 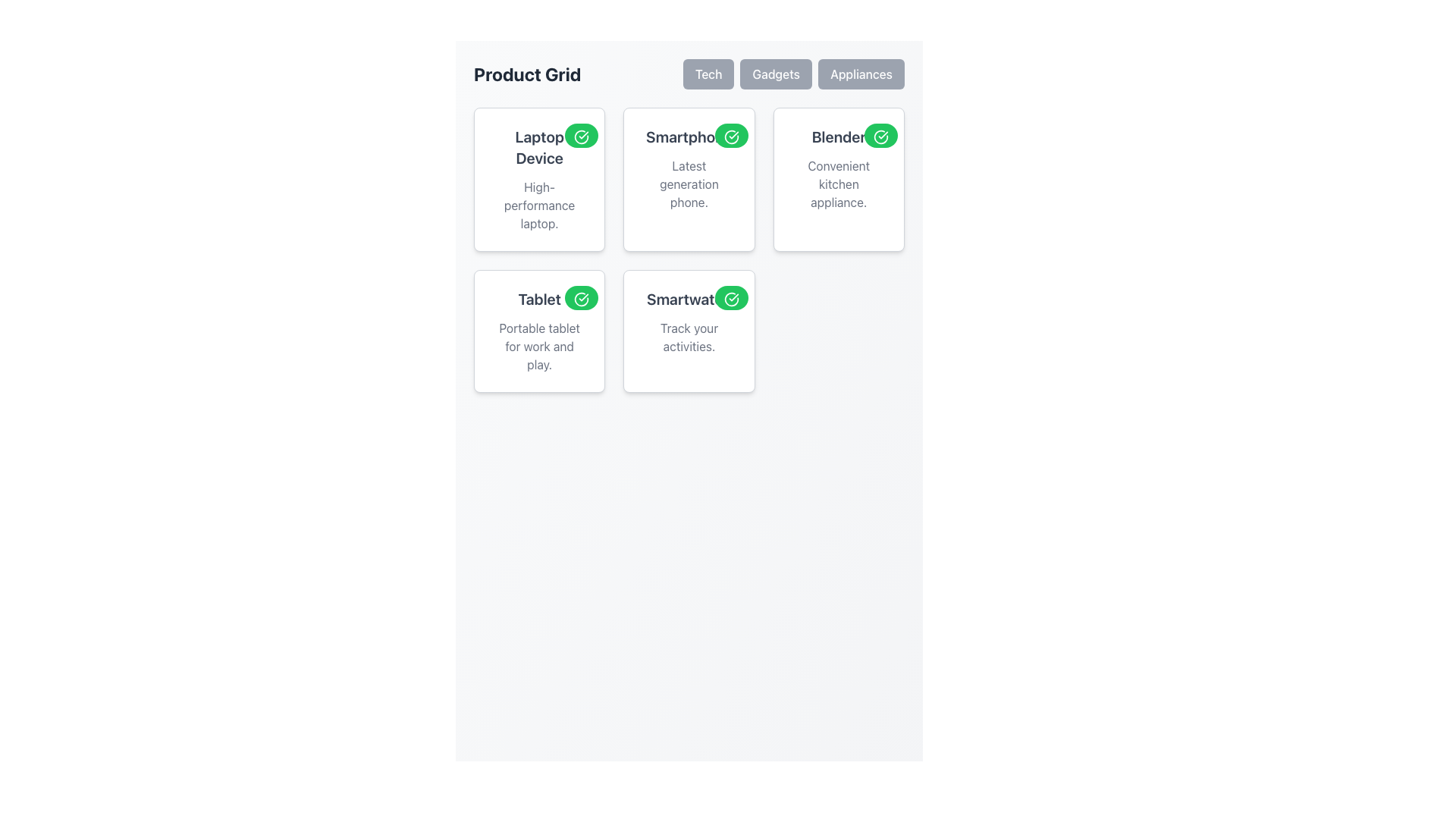 I want to click on the status indicator icon in the top-right corner of the 'Laptop Device' card, which signals that the product is available or selected, so click(x=581, y=136).